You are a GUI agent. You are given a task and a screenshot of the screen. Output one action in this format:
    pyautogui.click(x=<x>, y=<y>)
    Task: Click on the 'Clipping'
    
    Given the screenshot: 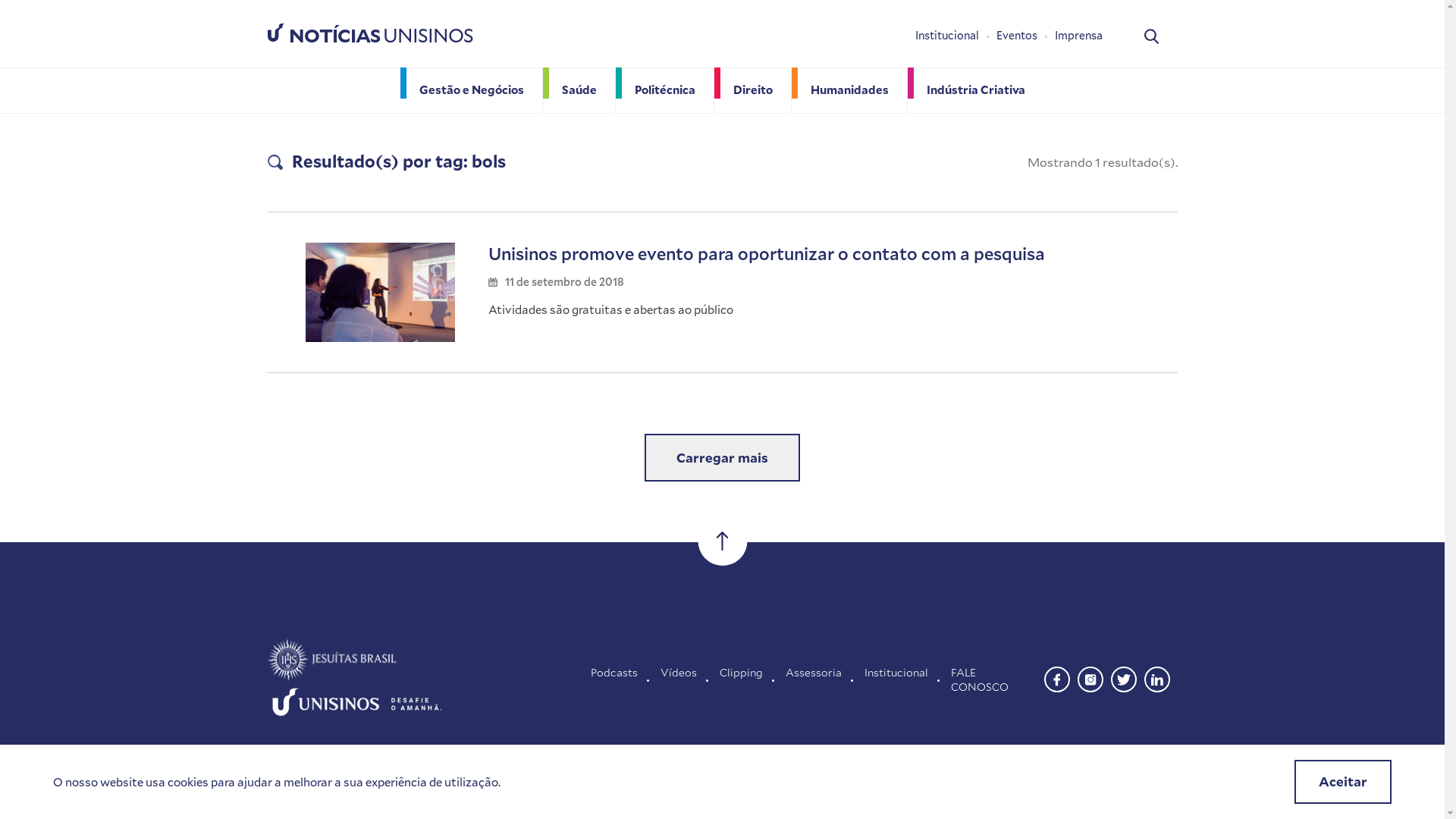 What is the action you would take?
    pyautogui.click(x=741, y=679)
    